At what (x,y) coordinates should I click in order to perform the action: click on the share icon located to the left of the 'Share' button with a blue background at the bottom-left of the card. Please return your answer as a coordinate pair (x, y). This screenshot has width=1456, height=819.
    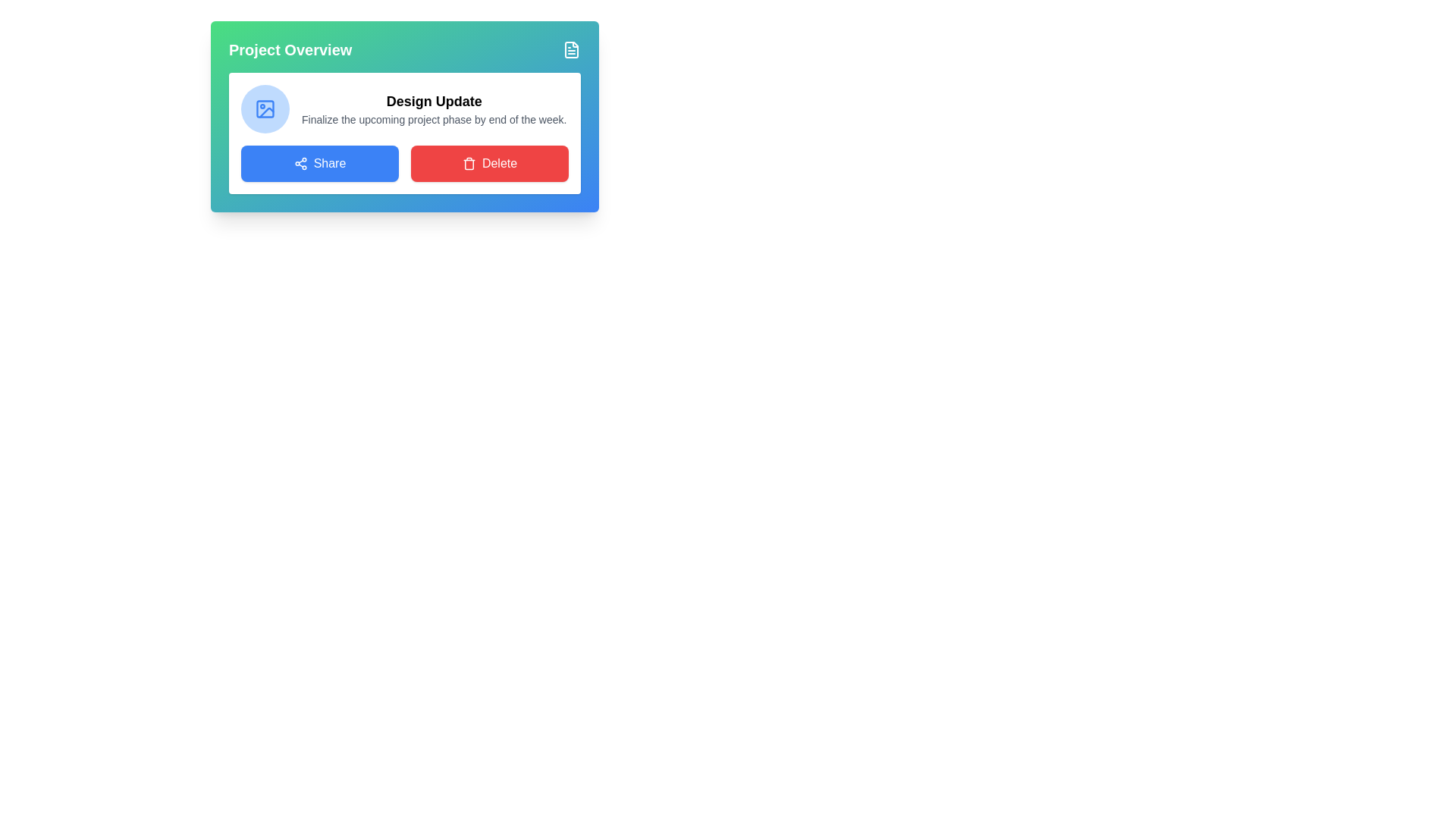
    Looking at the image, I should click on (300, 164).